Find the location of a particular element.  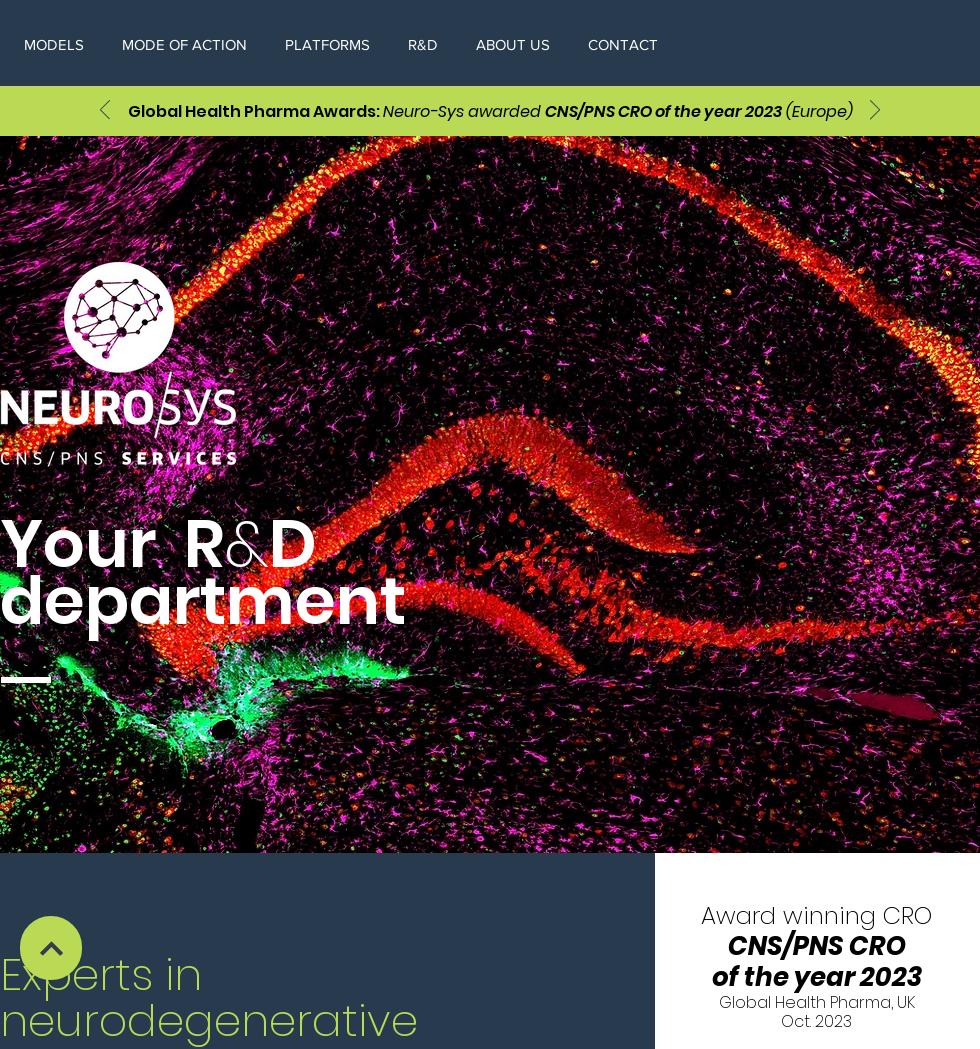

'Experts in' is located at coordinates (101, 973).